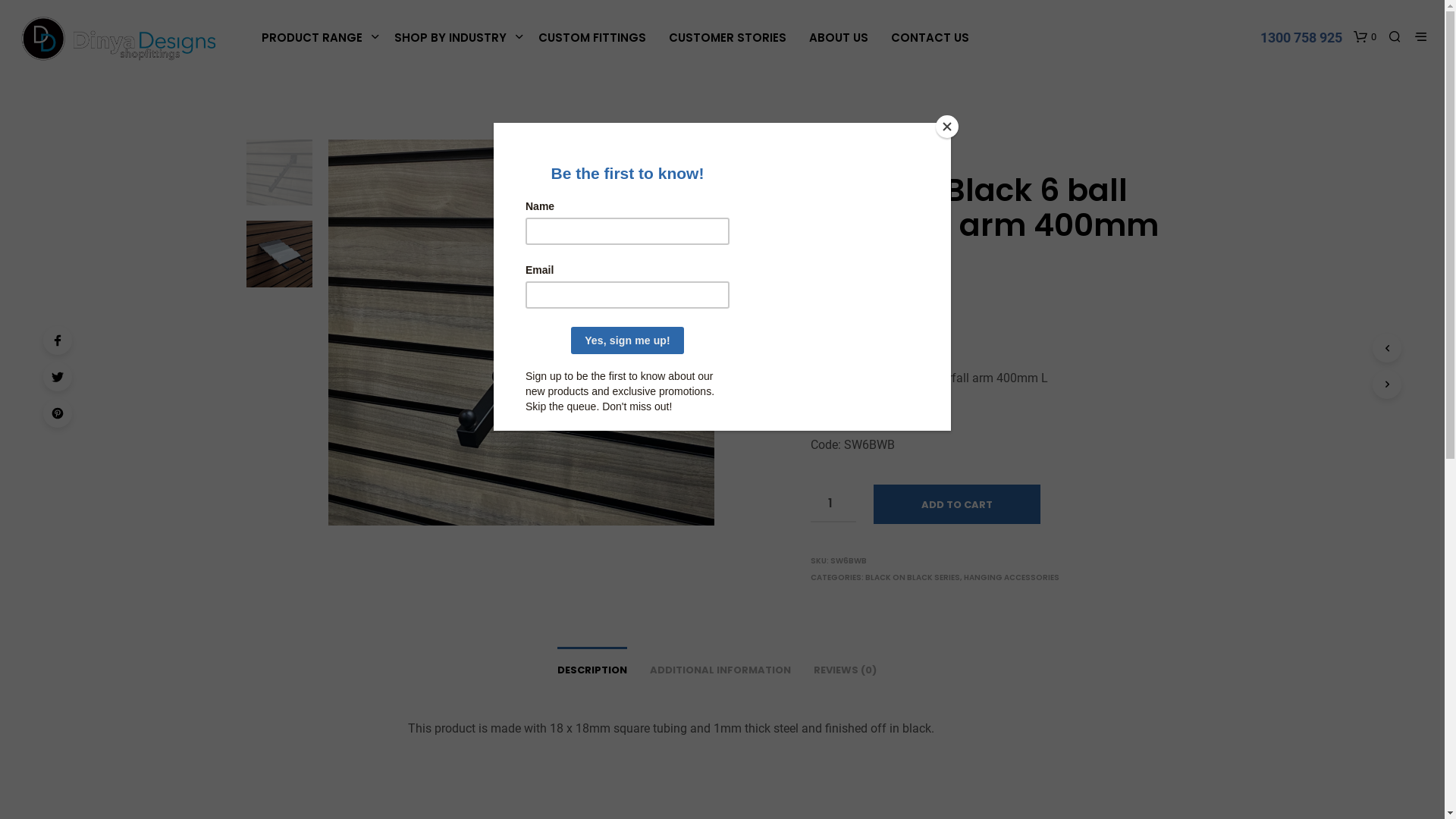 Image resolution: width=1456 pixels, height=819 pixels. What do you see at coordinates (912, 577) in the screenshot?
I see `'BLACK ON BLACK SERIES'` at bounding box center [912, 577].